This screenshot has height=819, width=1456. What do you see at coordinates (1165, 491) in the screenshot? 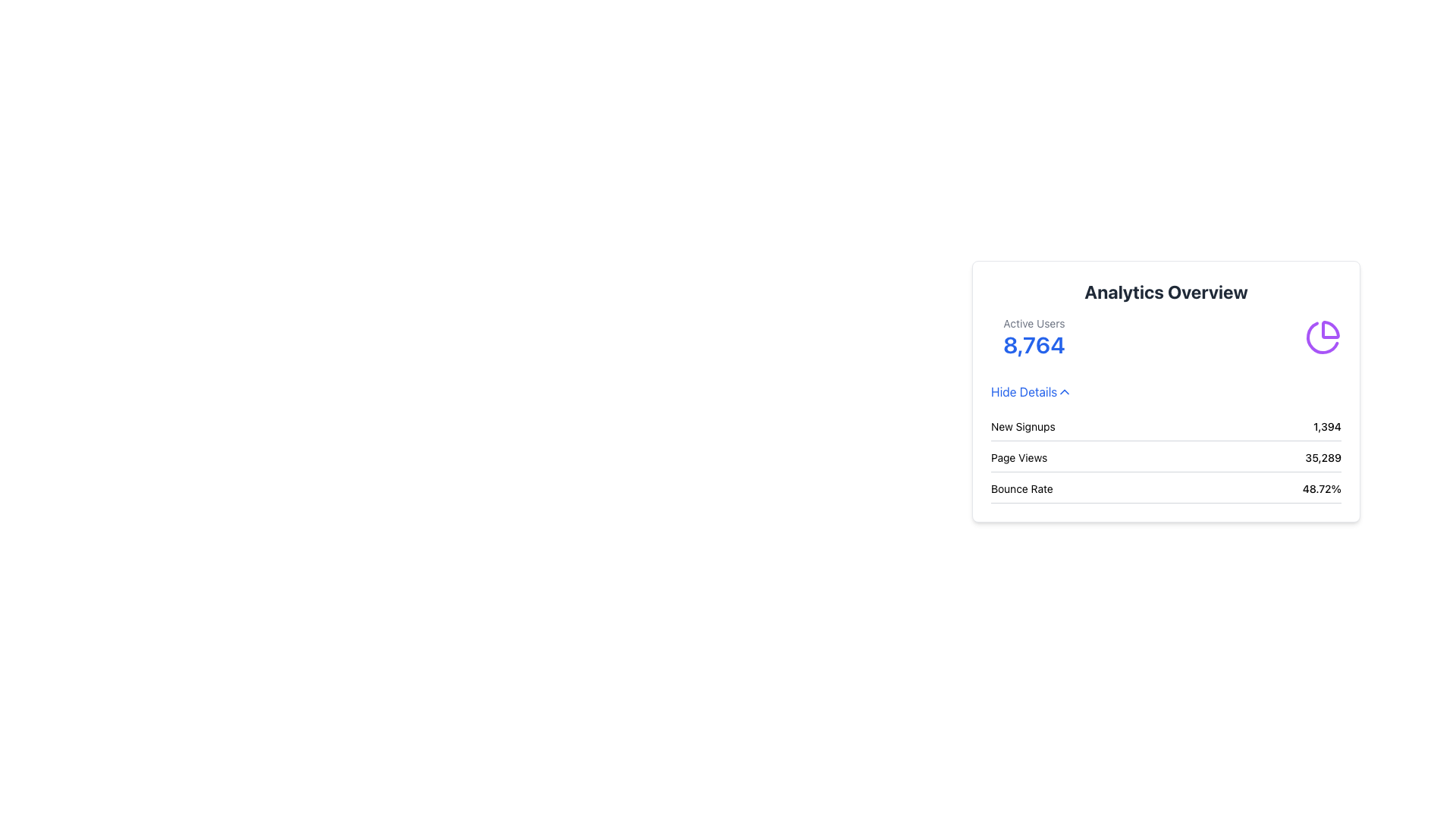
I see `bounce rate percentage statistic displayed in the third entry of the vertically stacked list of statistics within the 'Analytics Overview' section` at bounding box center [1165, 491].